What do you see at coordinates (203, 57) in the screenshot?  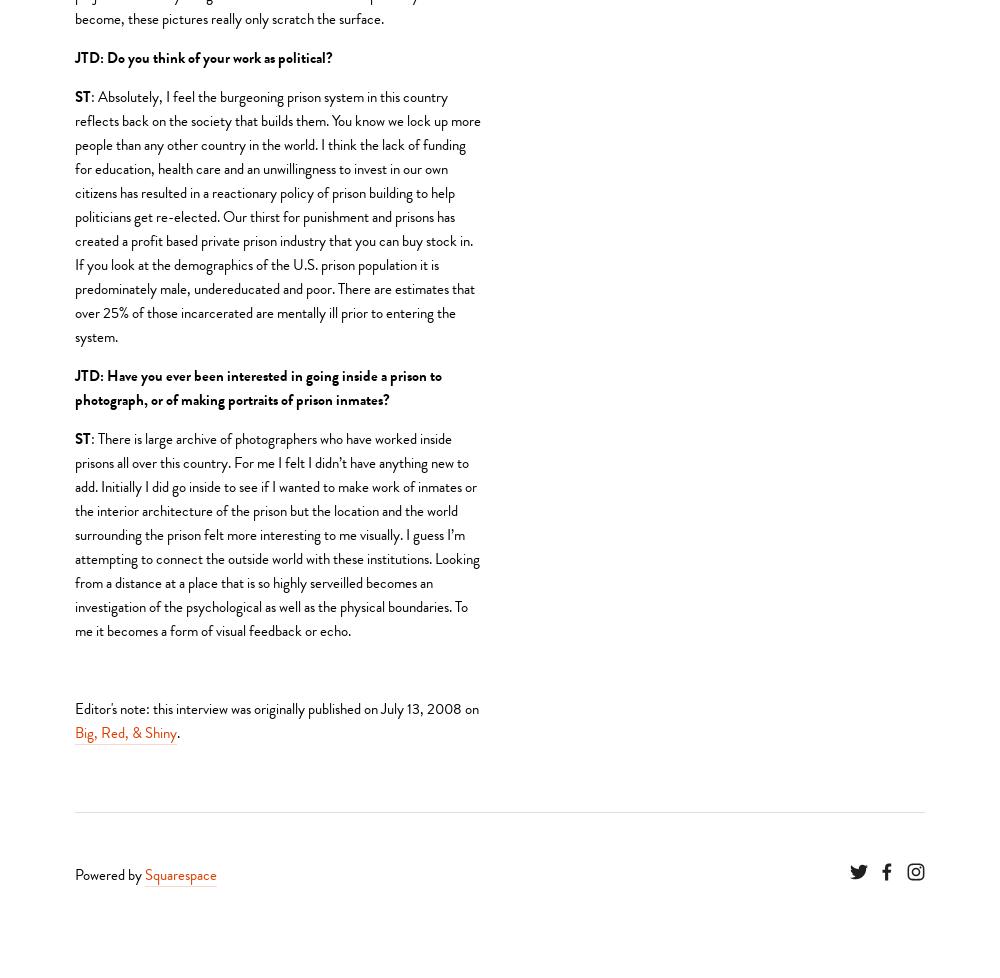 I see `'JTD: Do you think of your work as political?'` at bounding box center [203, 57].